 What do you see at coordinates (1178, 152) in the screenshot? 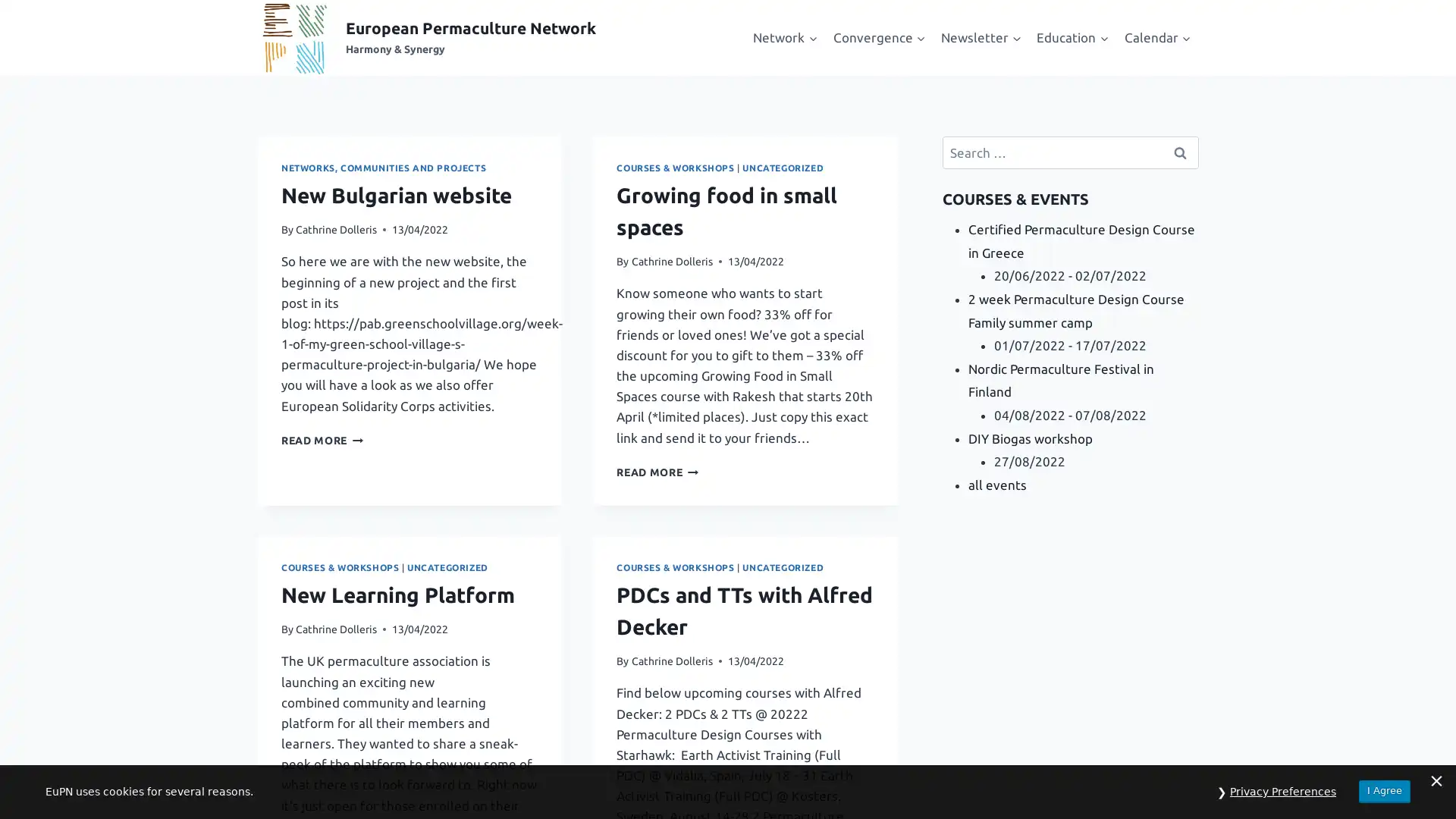
I see `Search` at bounding box center [1178, 152].